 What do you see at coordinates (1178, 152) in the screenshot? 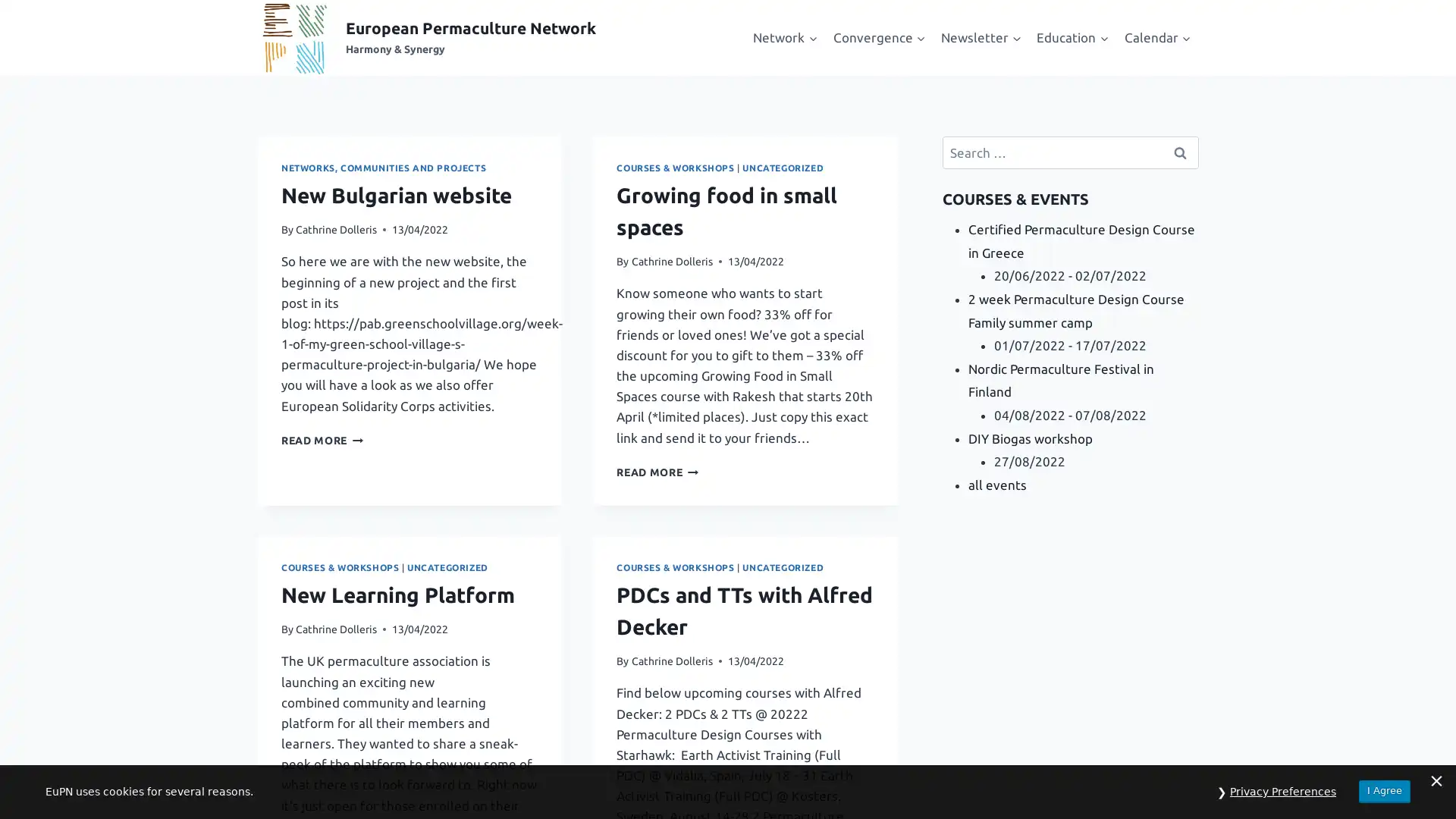
I see `Search` at bounding box center [1178, 152].